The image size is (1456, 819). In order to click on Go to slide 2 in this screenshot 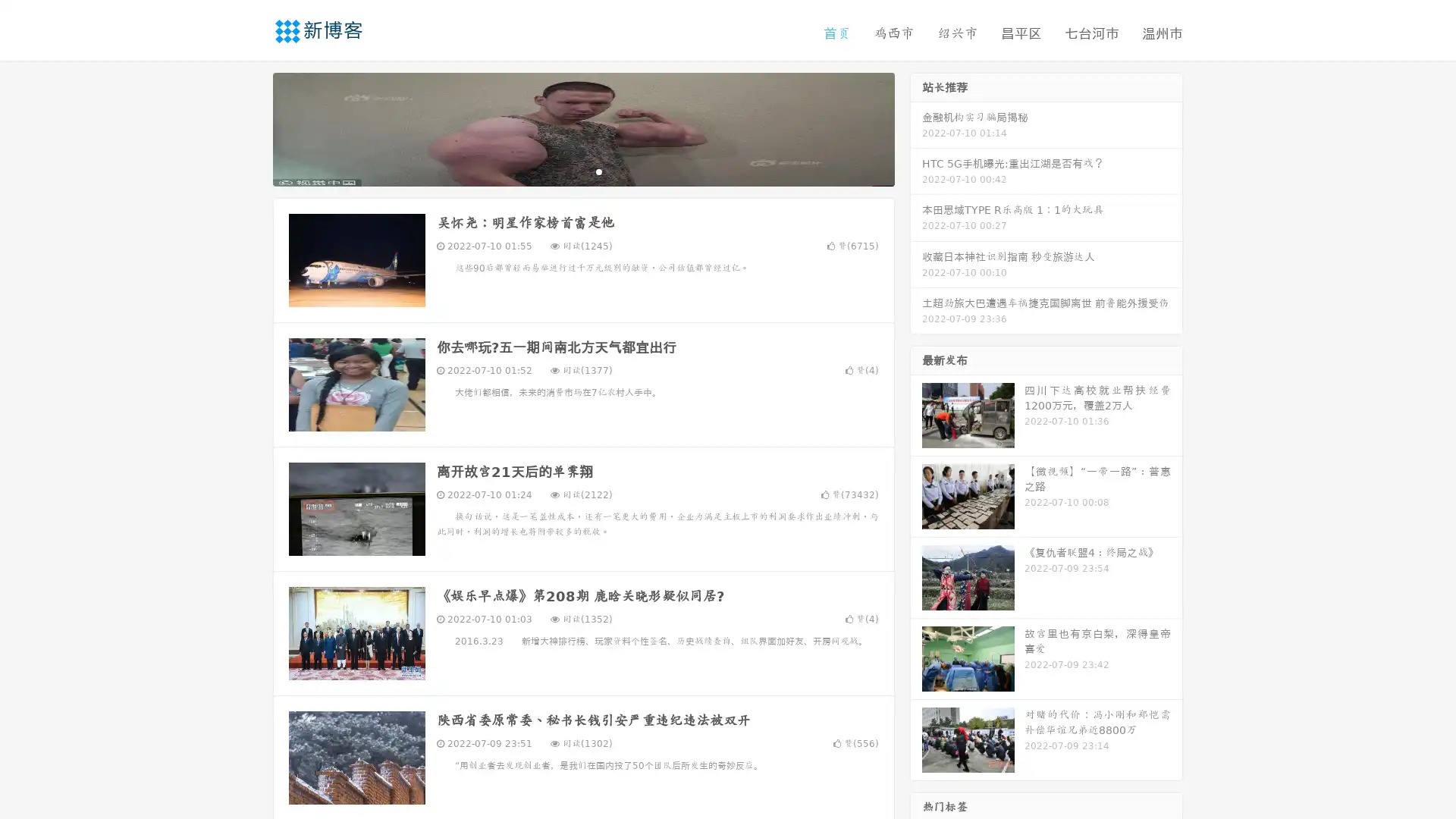, I will do `click(582, 171)`.